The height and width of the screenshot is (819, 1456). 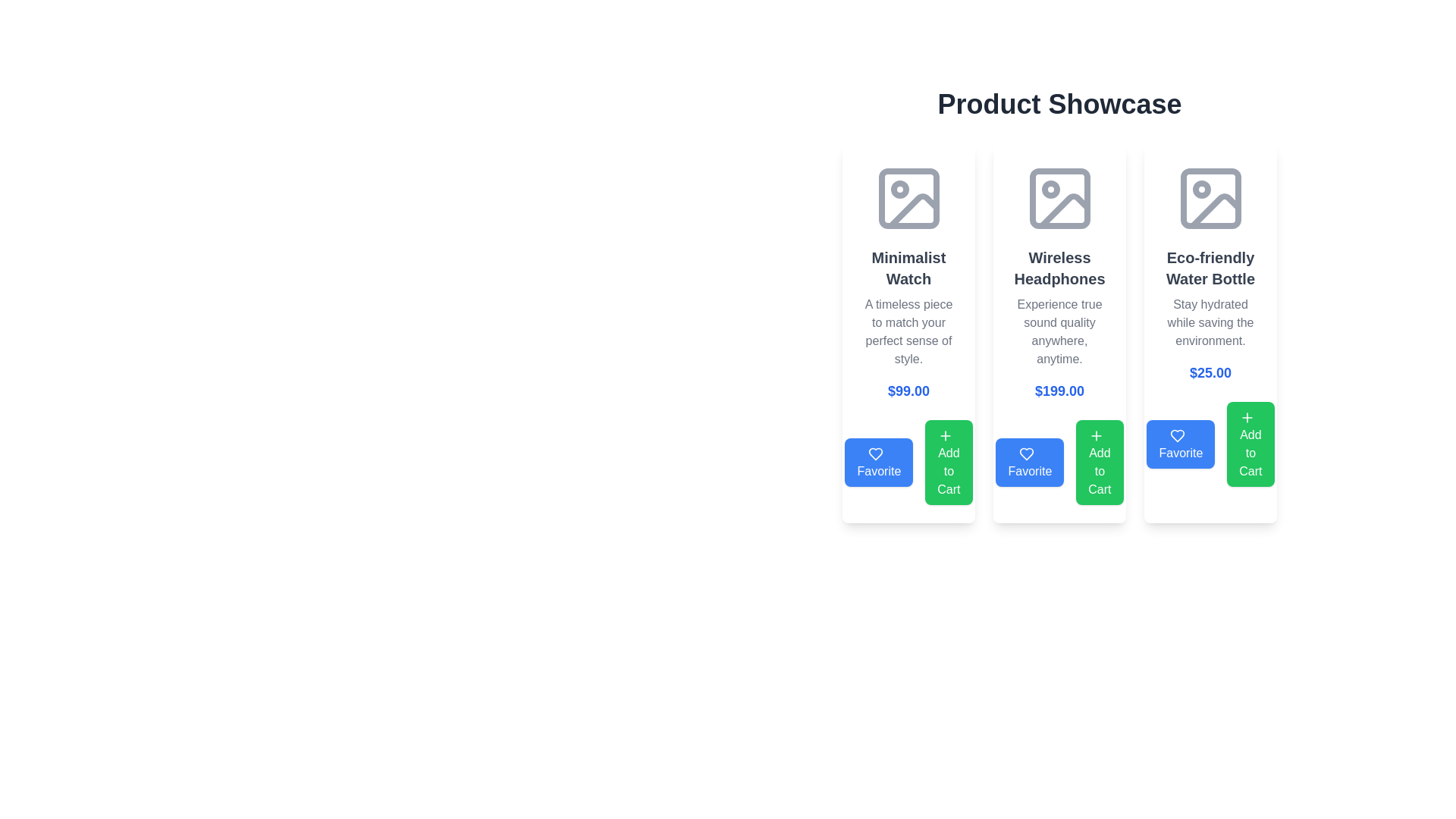 I want to click on the 'Wireless Headphones' product card, so click(x=1059, y=332).